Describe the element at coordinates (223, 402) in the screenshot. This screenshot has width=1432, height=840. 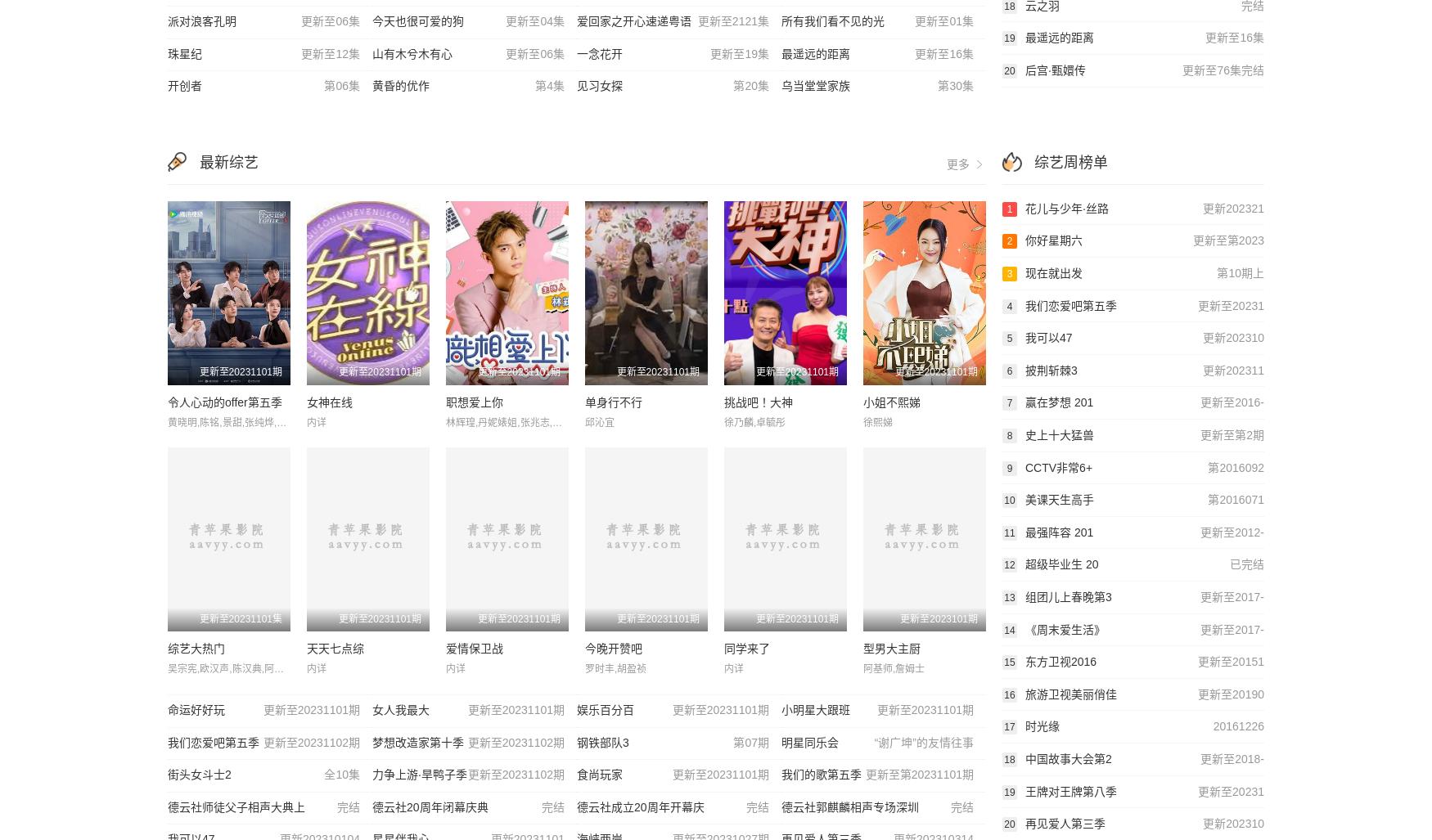
I see `'令人心动的offer第五季'` at that location.